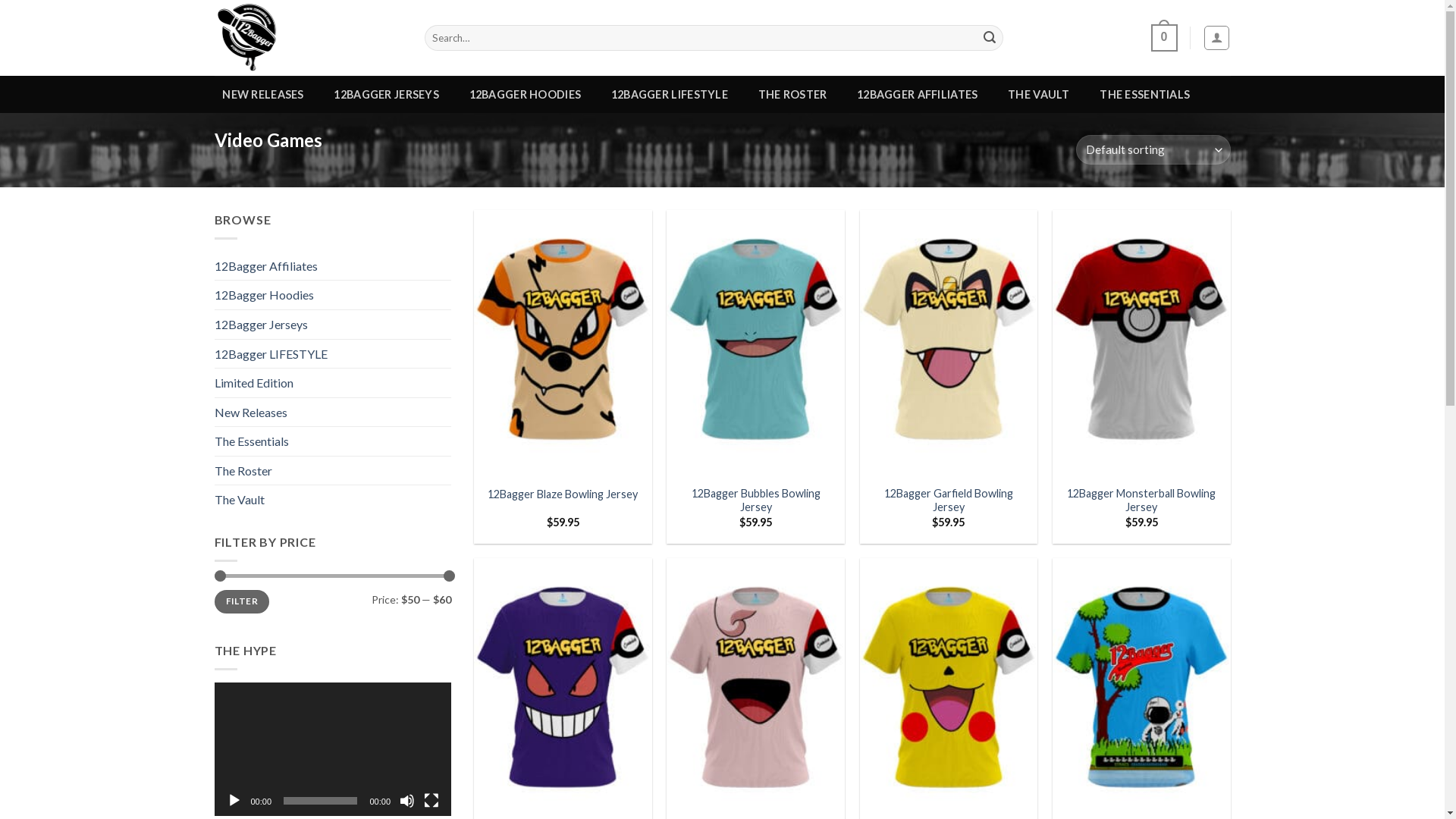  Describe the element at coordinates (1145, 94) in the screenshot. I see `'THE ESSENTIALS'` at that location.